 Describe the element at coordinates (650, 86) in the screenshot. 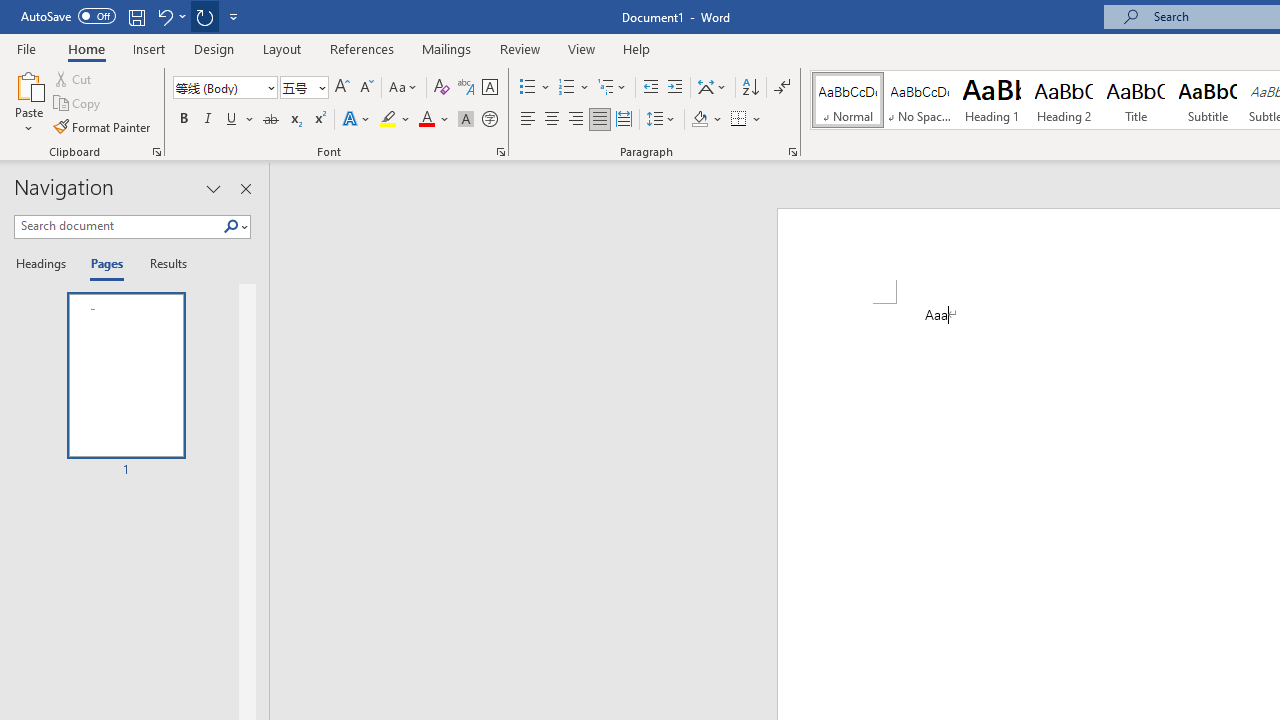

I see `'Decrease Indent'` at that location.